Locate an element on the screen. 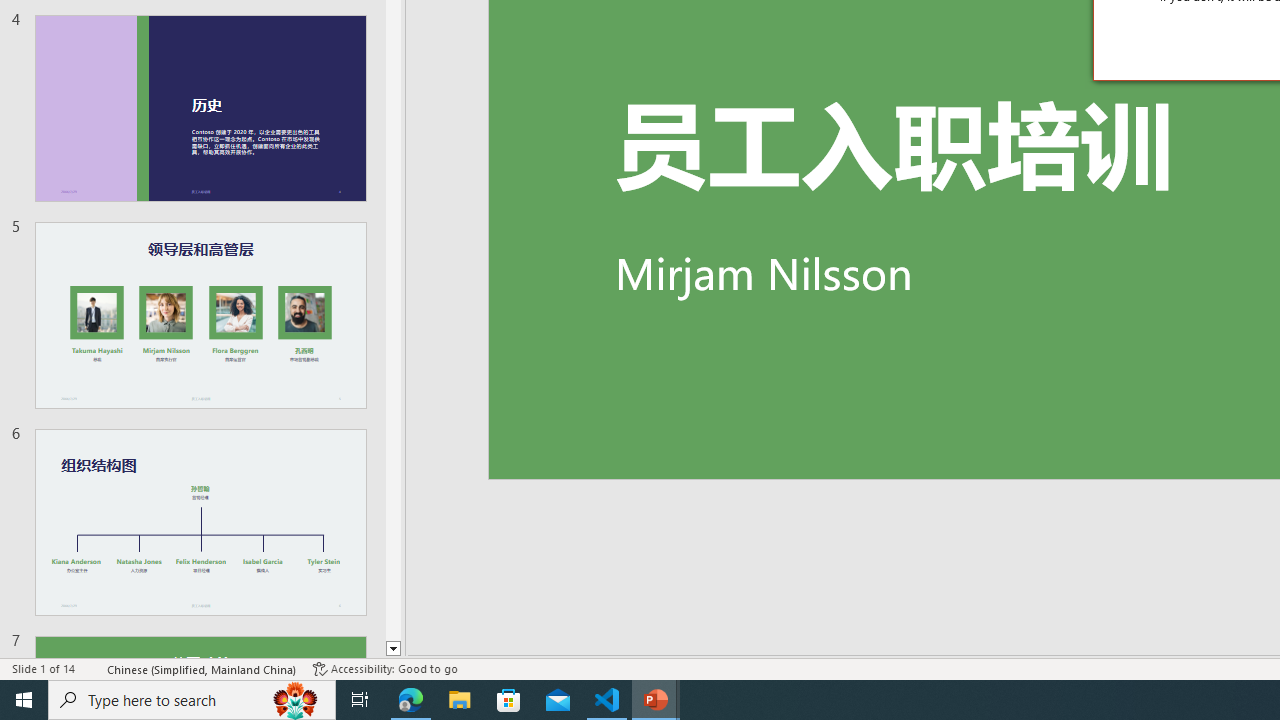 Image resolution: width=1280 pixels, height=720 pixels. 'Spell Check ' is located at coordinates (91, 669).